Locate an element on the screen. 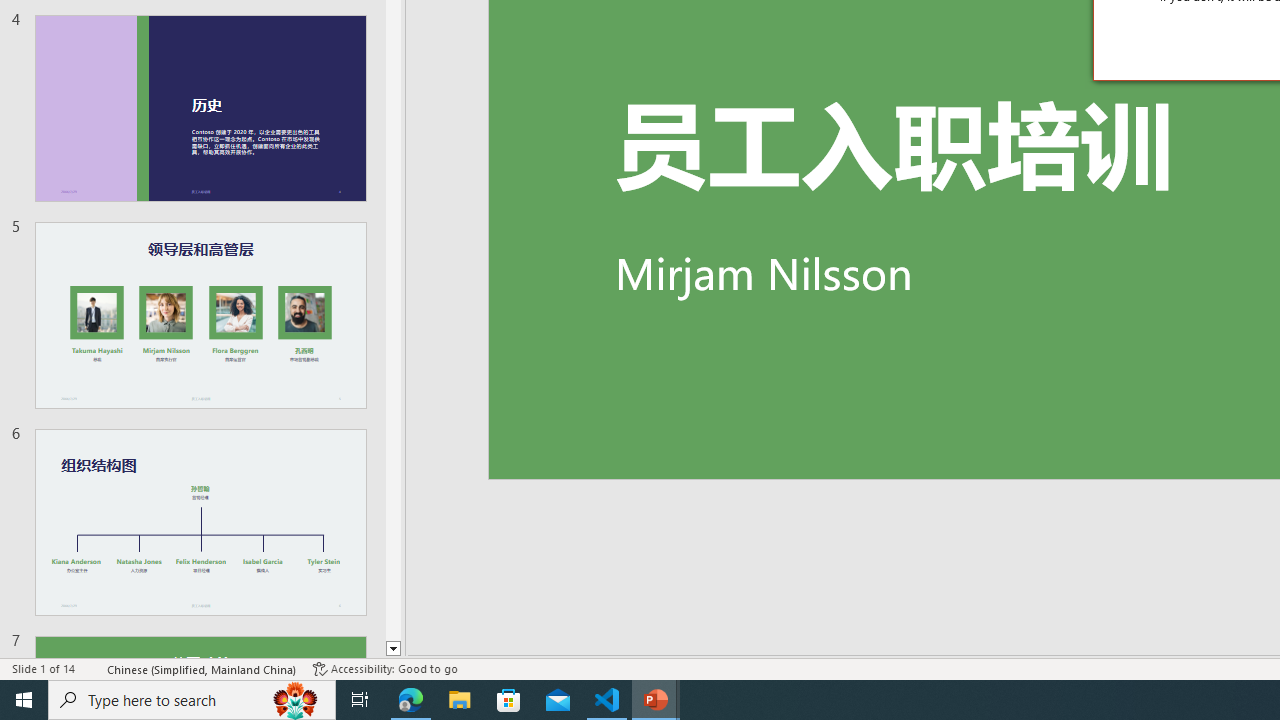 Image resolution: width=1280 pixels, height=720 pixels. 'Spell Check ' is located at coordinates (91, 669).